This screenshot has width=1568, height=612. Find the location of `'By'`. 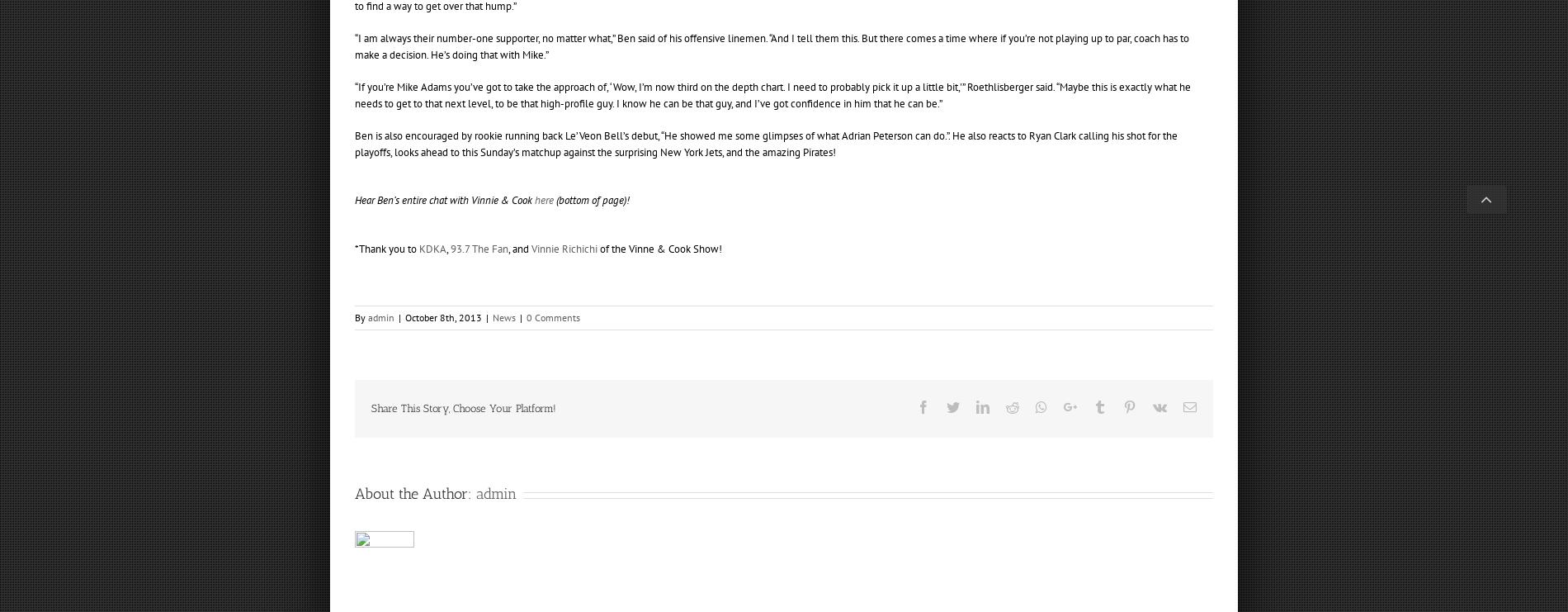

'By' is located at coordinates (360, 317).